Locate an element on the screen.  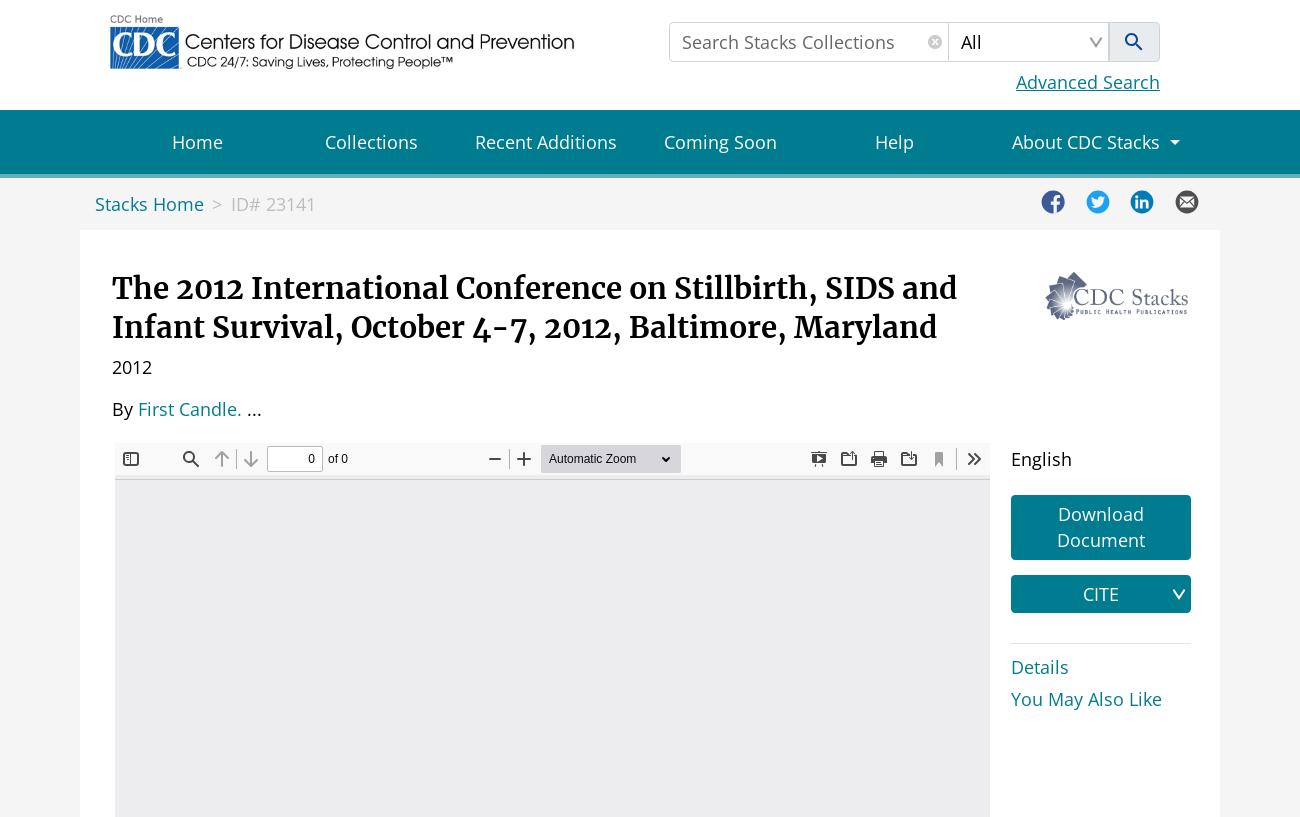
'You May Also Like' is located at coordinates (1085, 696).